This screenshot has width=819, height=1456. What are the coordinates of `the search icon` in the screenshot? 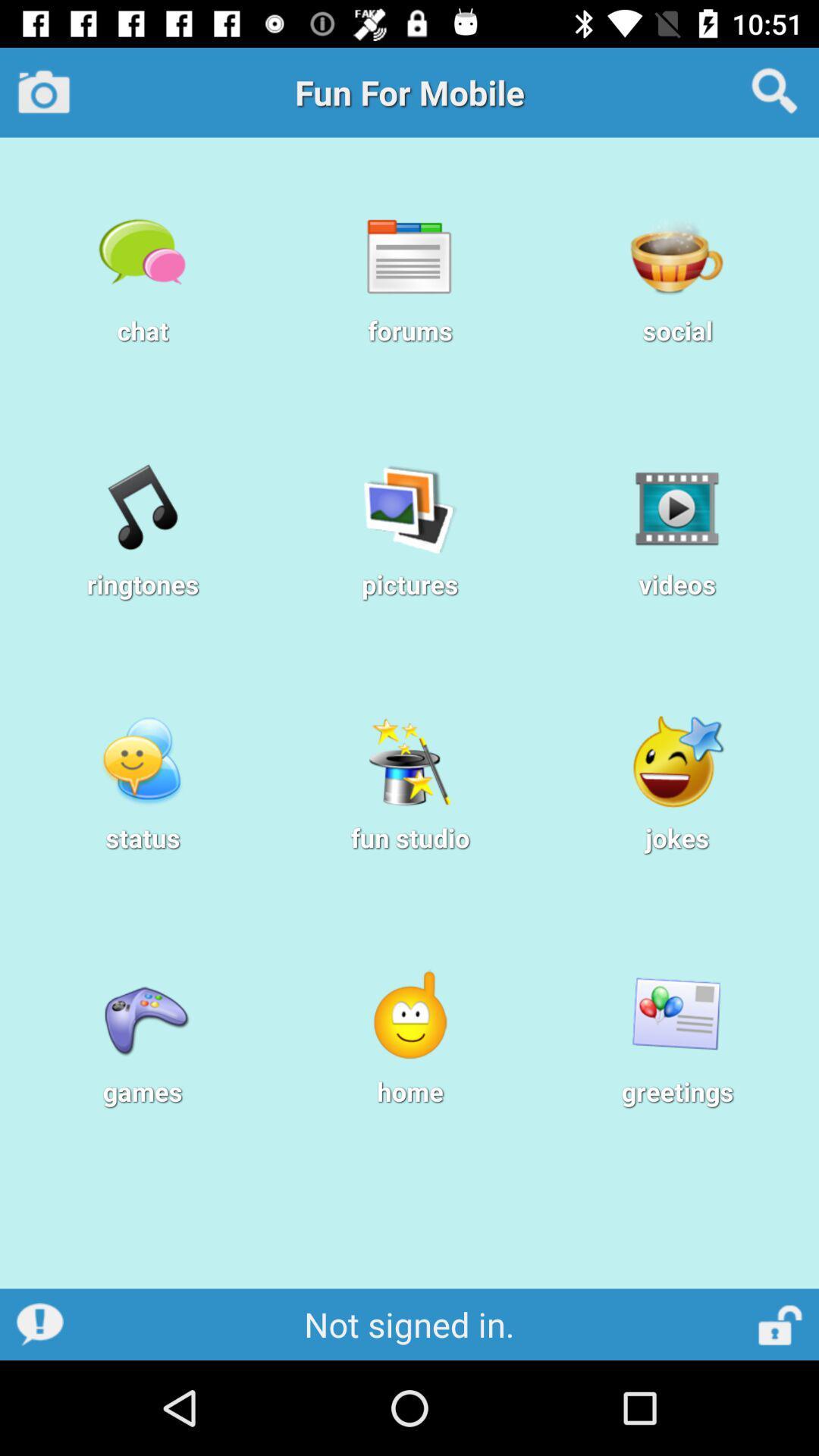 It's located at (774, 91).